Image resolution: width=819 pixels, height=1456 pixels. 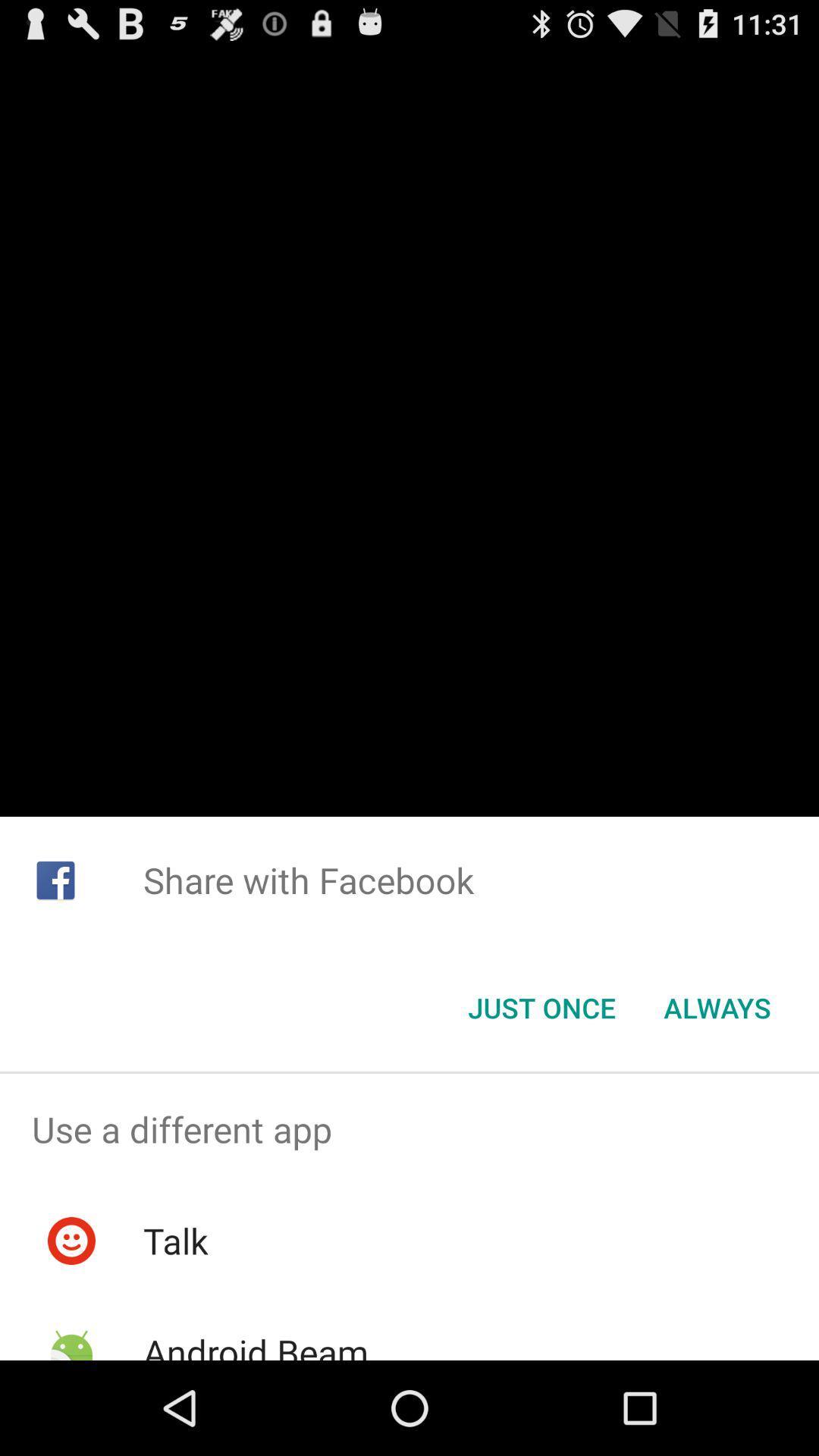 I want to click on talk icon, so click(x=174, y=1241).